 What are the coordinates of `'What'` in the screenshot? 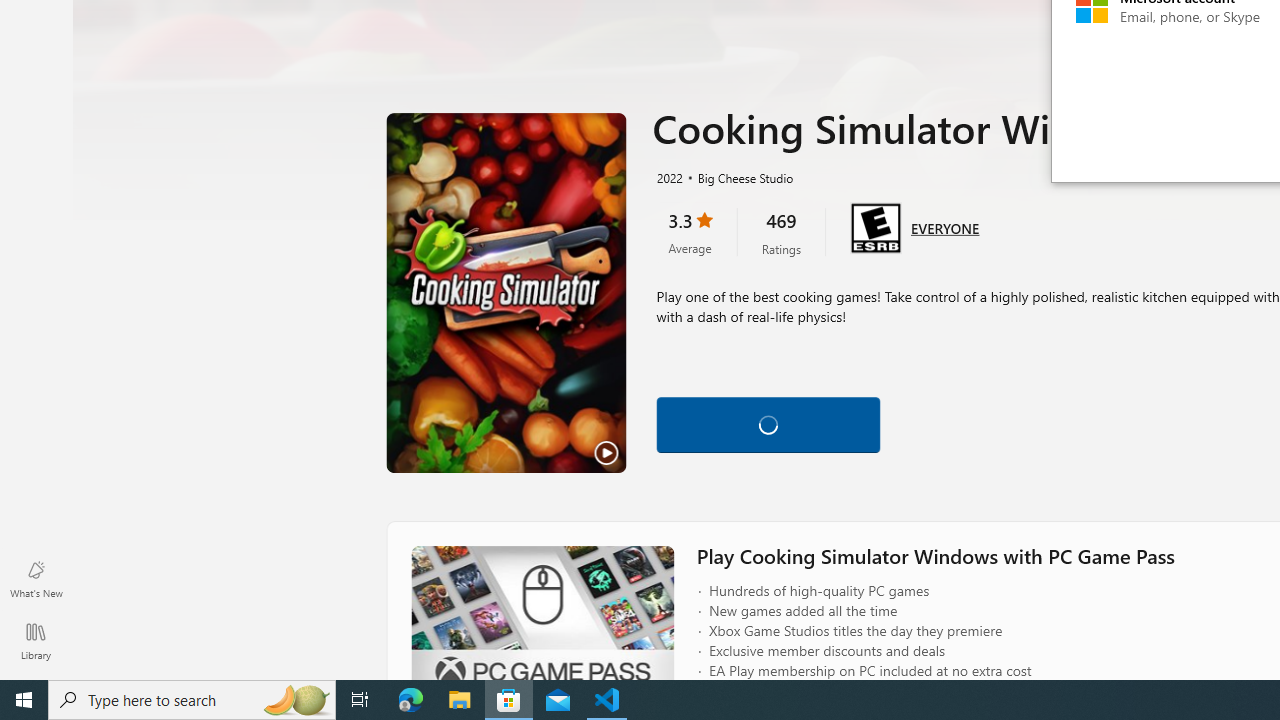 It's located at (35, 578).